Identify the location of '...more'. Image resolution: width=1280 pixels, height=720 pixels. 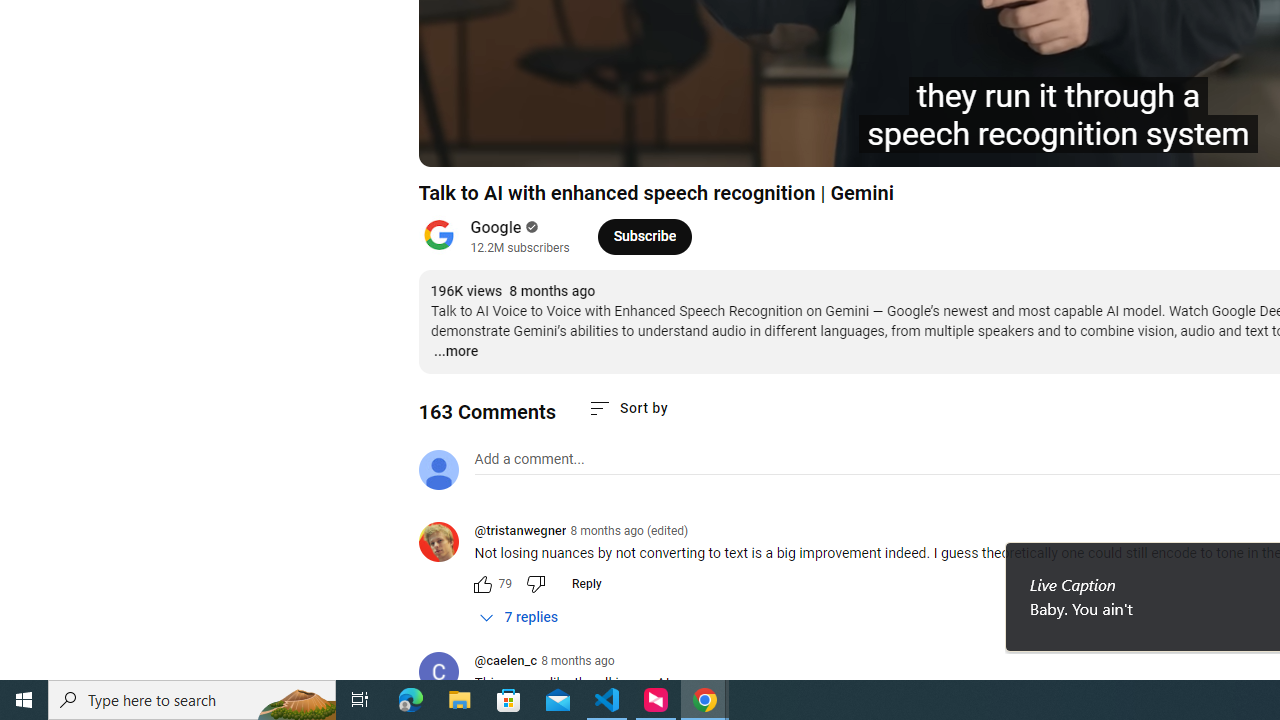
(454, 351).